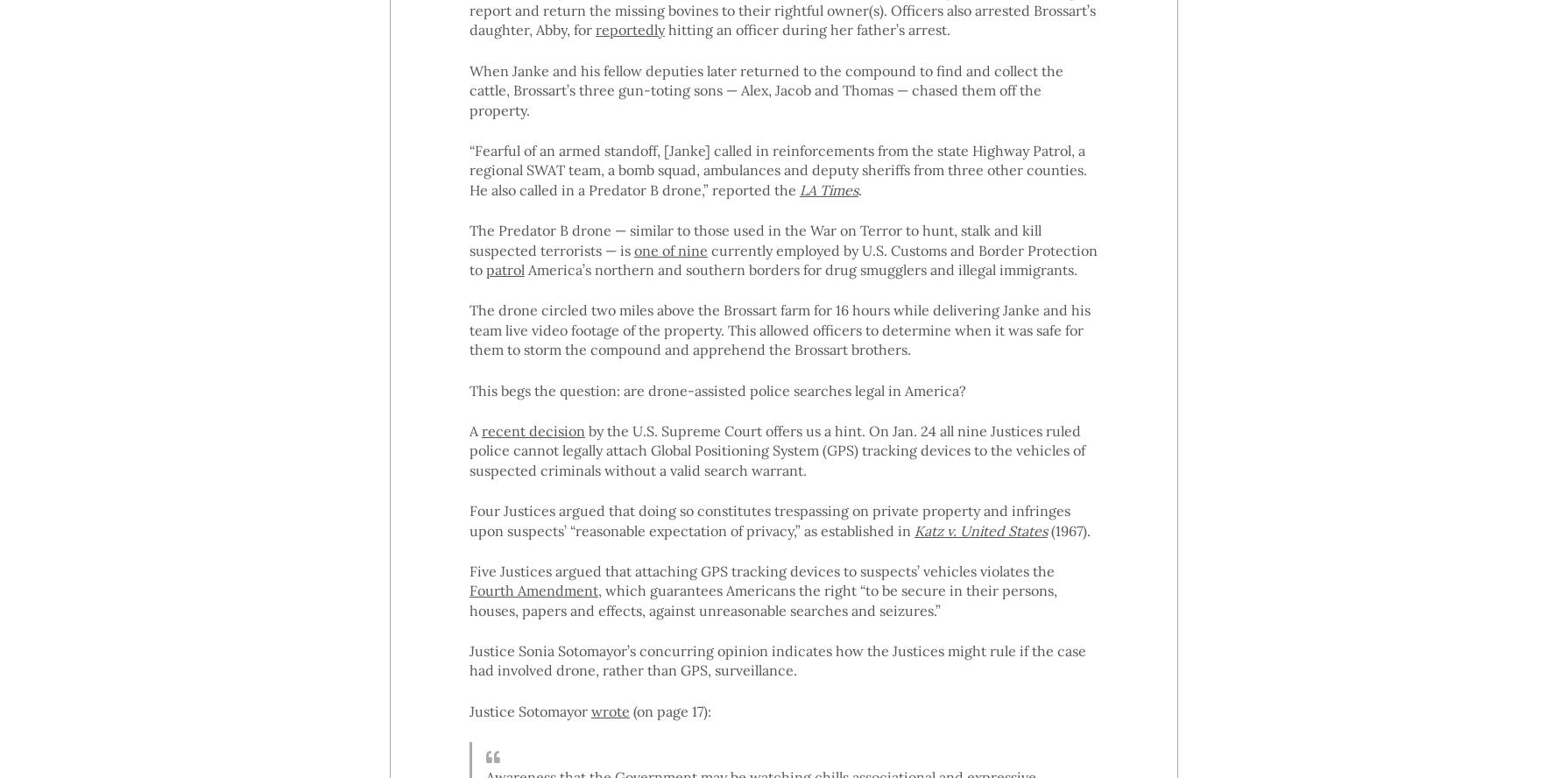 This screenshot has height=778, width=1568. What do you see at coordinates (669, 248) in the screenshot?
I see `'one of nine'` at bounding box center [669, 248].